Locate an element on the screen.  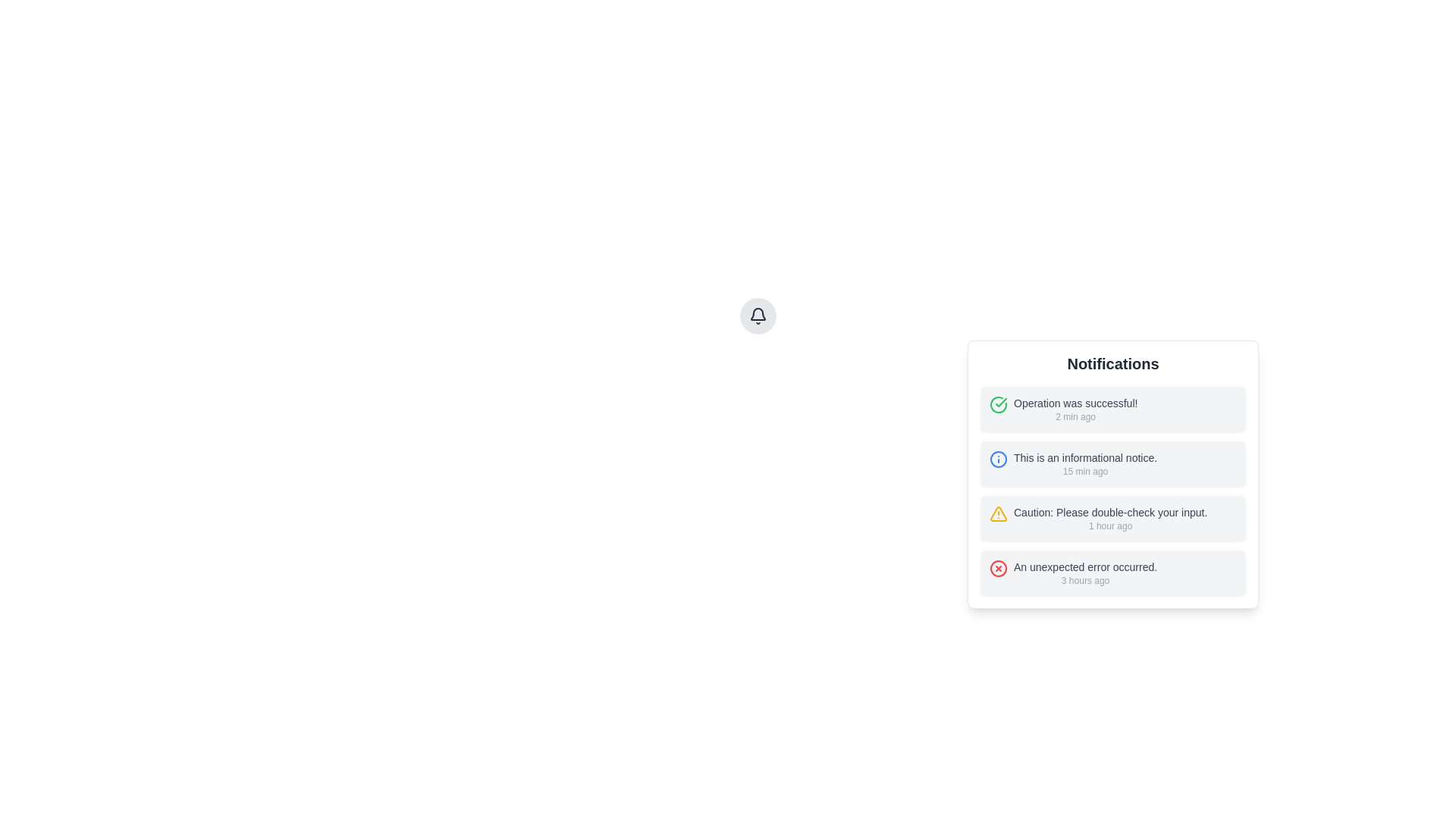
the text label displaying '1 hour ago', which is styled in a small gray font located at the bottom right corner of the notification entry is located at coordinates (1110, 526).